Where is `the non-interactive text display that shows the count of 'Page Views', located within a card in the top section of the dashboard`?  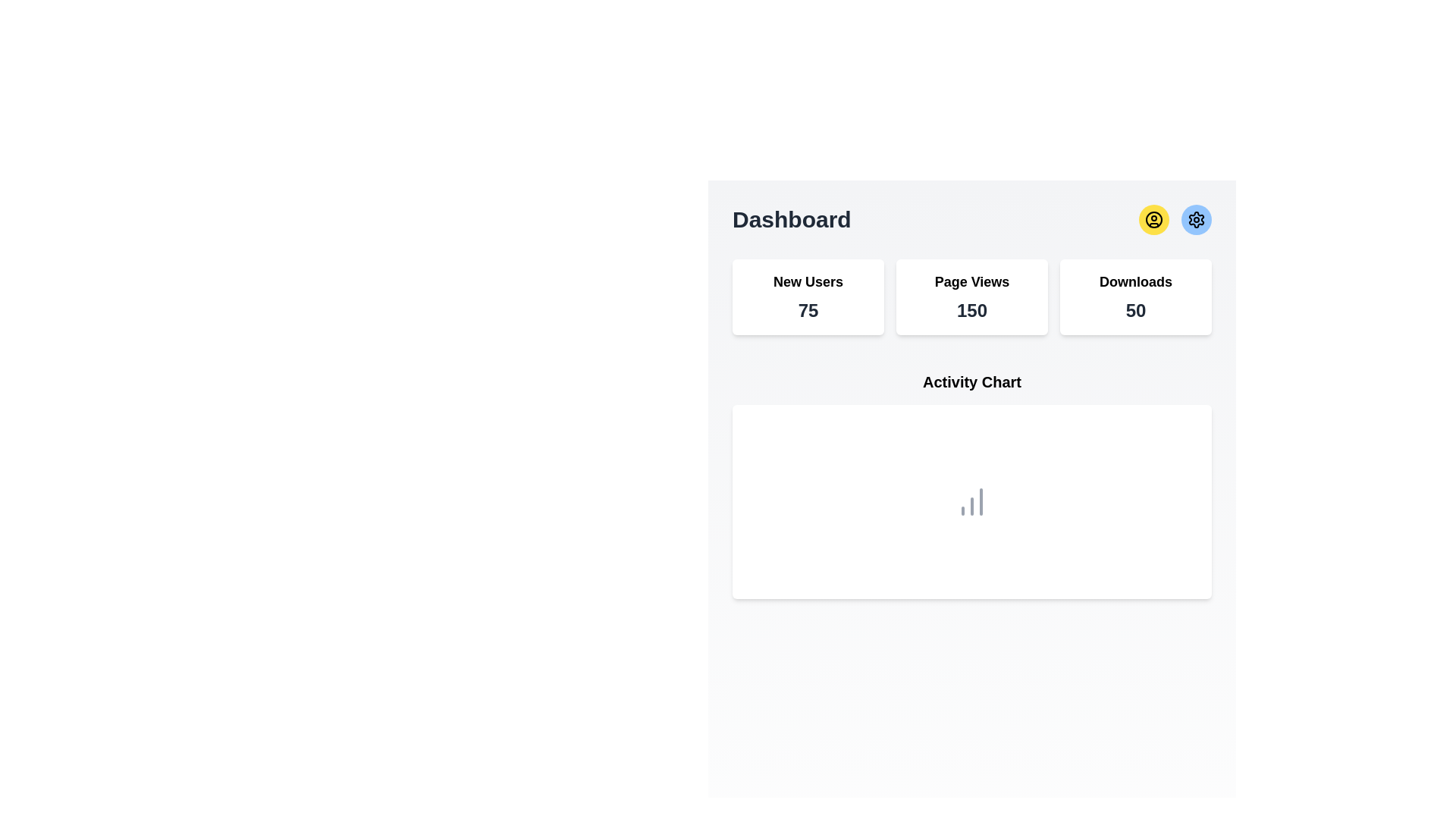
the non-interactive text display that shows the count of 'Page Views', located within a card in the top section of the dashboard is located at coordinates (971, 309).